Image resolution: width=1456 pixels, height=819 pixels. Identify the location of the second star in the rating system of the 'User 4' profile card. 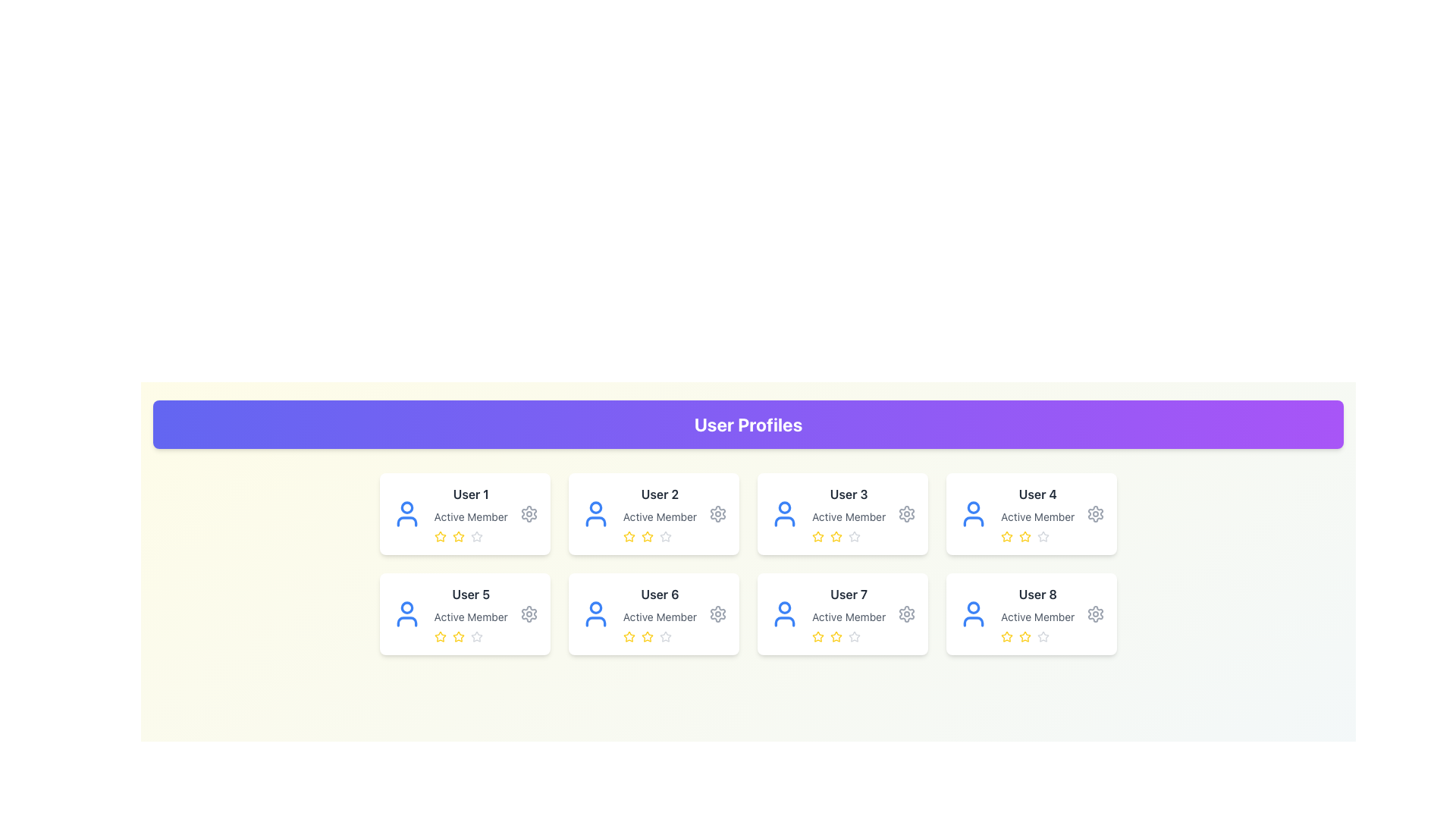
(1025, 535).